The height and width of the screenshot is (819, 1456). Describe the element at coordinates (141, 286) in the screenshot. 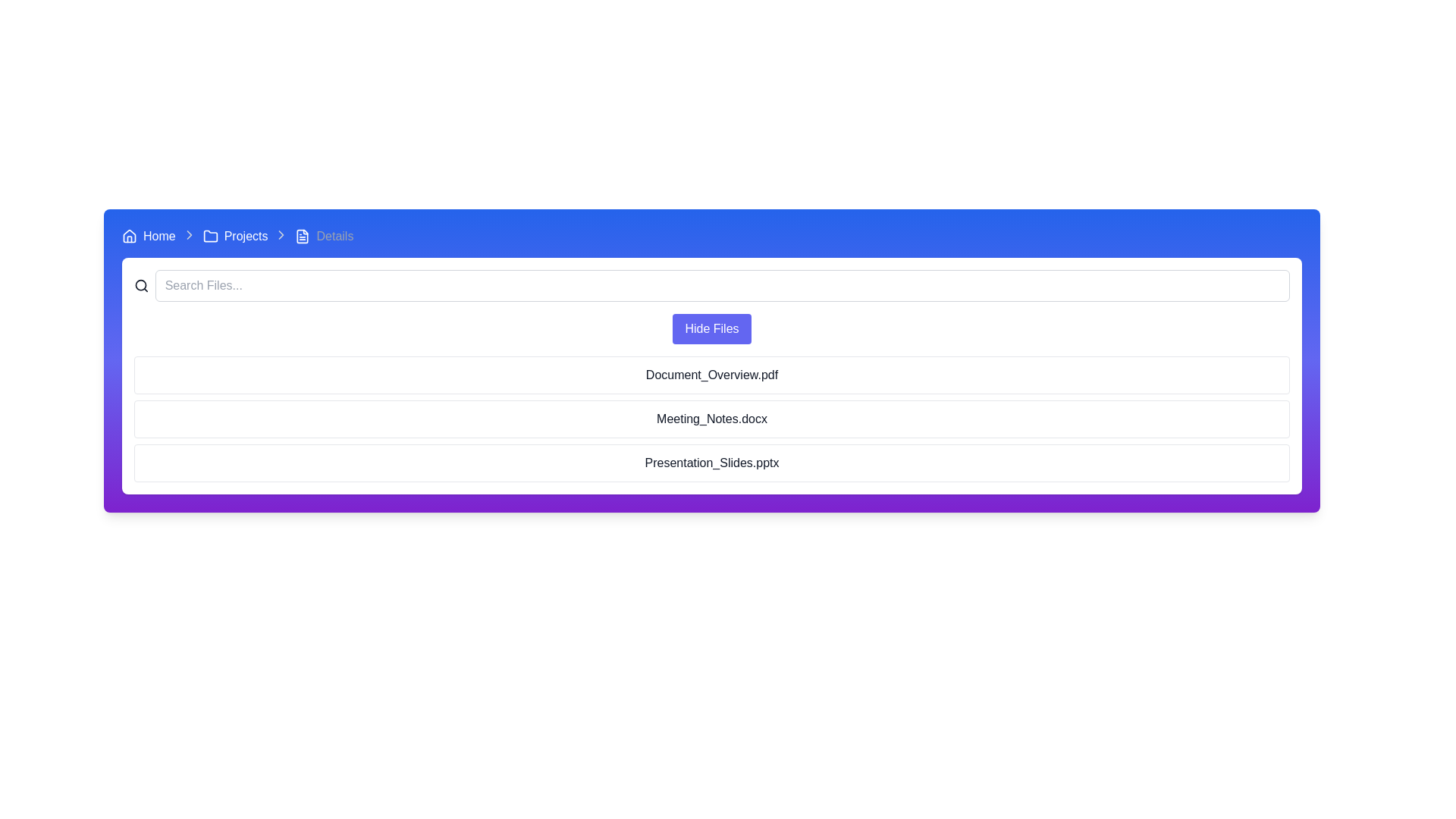

I see `the magnifying glass icon element` at that location.